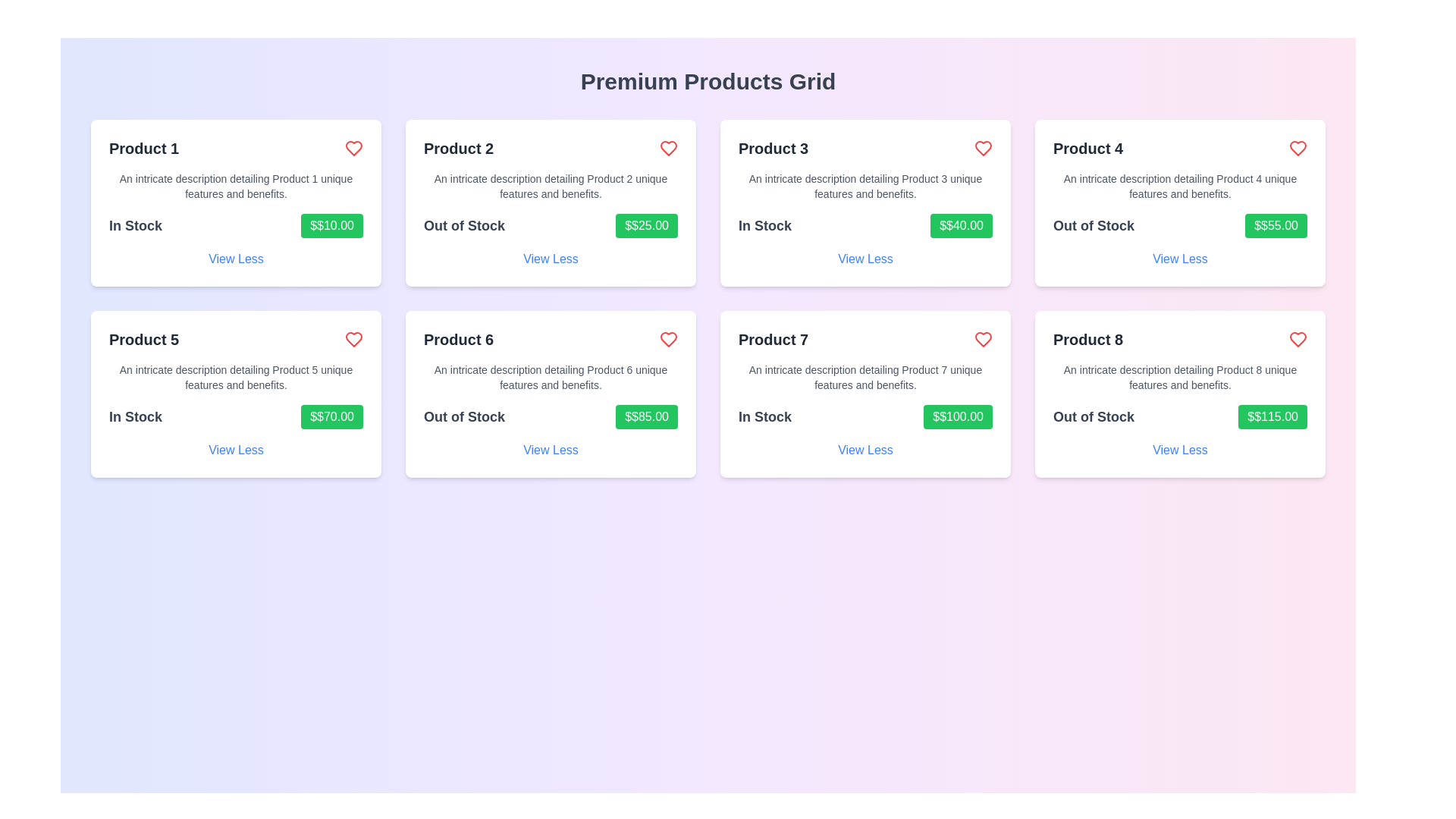 The width and height of the screenshot is (1456, 819). I want to click on the green button displaying '$$70.00' located in the 'Product 5' card, under the 'In Stock' label and above the 'View Less' link in the fourth card of the grid, so click(331, 417).